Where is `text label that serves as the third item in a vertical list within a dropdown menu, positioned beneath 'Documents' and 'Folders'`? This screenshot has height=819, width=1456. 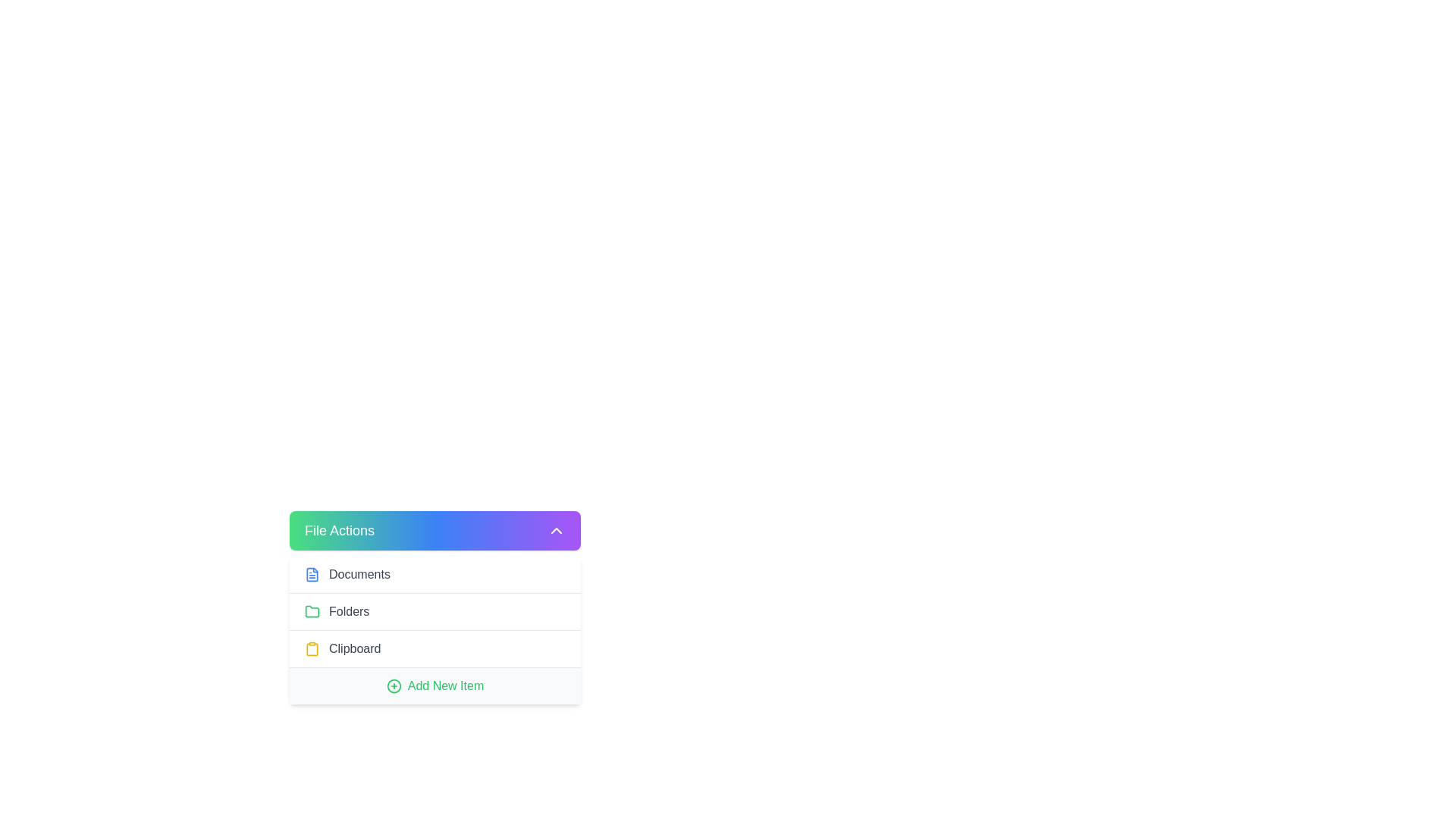
text label that serves as the third item in a vertical list within a dropdown menu, positioned beneath 'Documents' and 'Folders' is located at coordinates (354, 648).